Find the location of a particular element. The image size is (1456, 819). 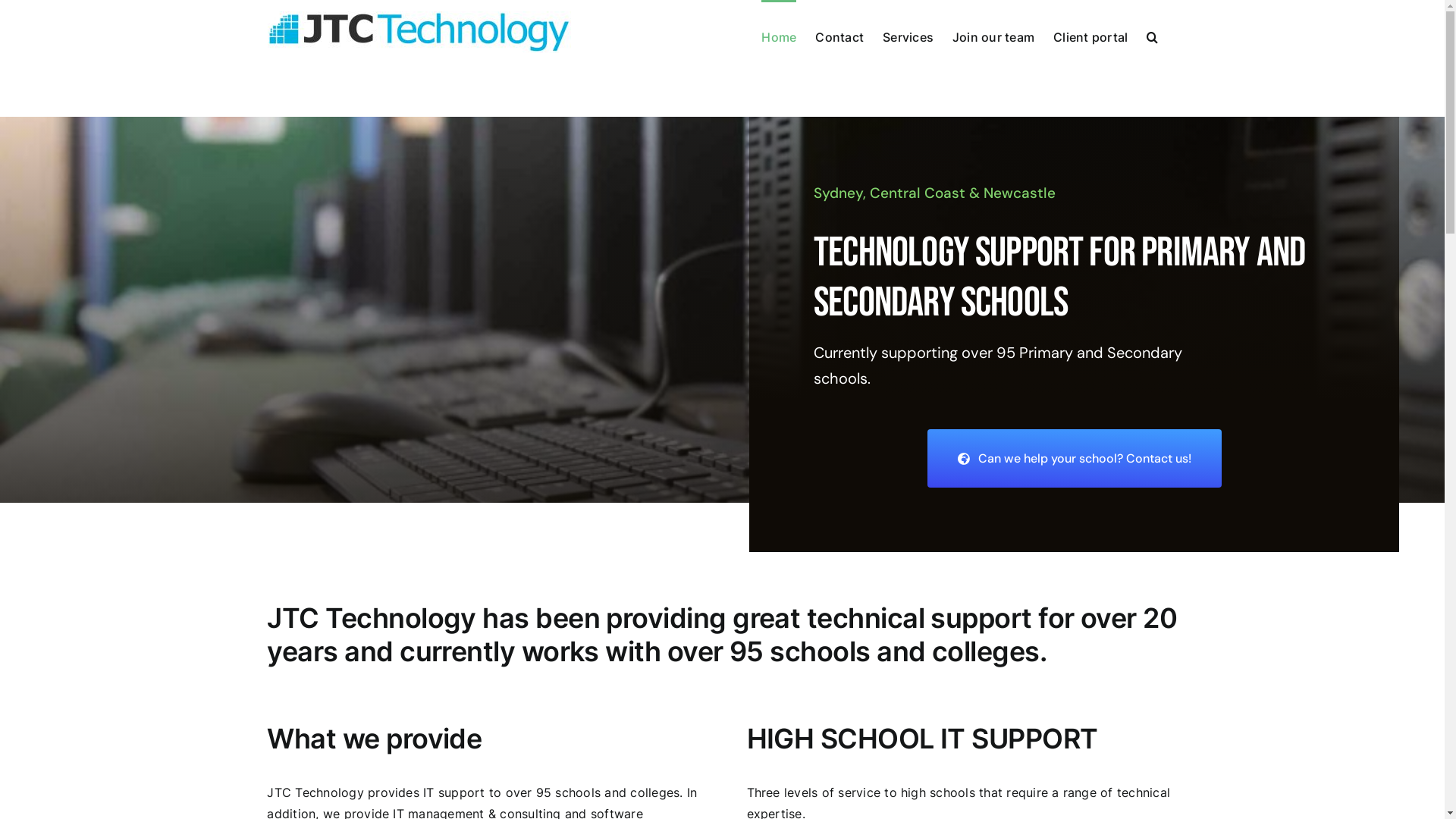

'Home' is located at coordinates (761, 34).